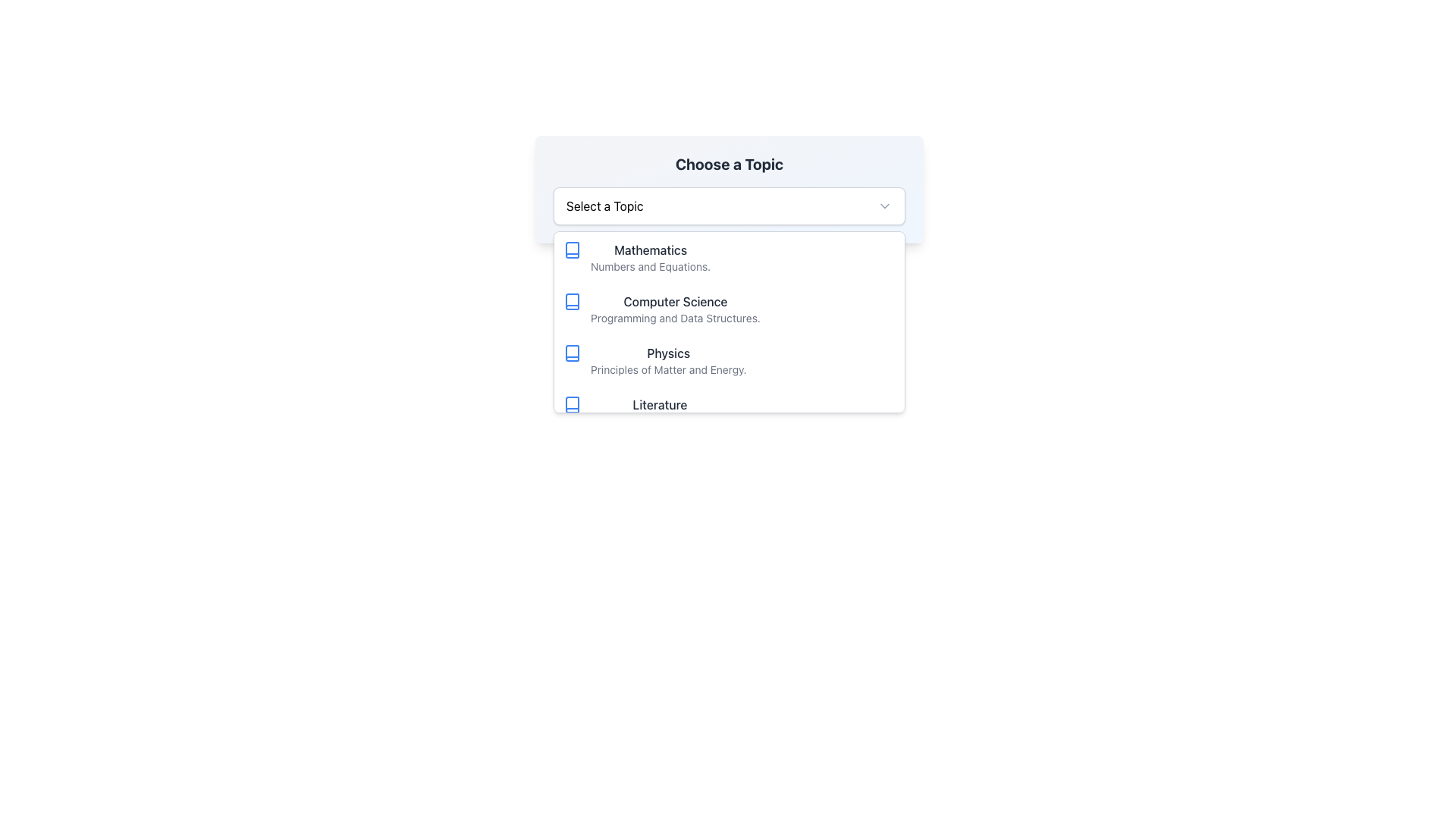 This screenshot has width=1456, height=819. What do you see at coordinates (667, 370) in the screenshot?
I see `the static text label that reads 'Principles of Matter and Energy', which is located directly below the 'Physics' title in the dropdown menu` at bounding box center [667, 370].